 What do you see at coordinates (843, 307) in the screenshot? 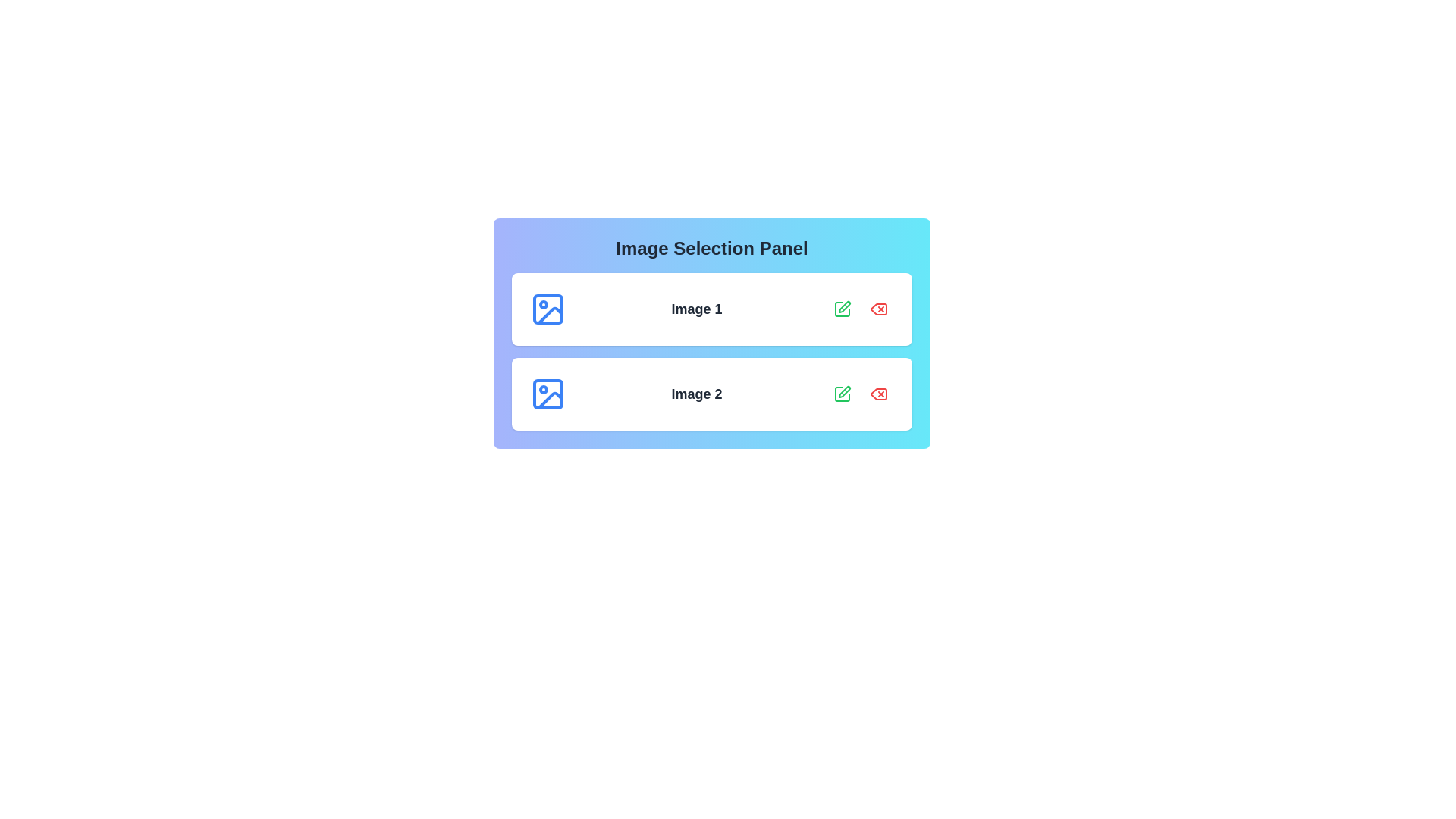
I see `the green-stroked pencil icon button on the right-most side of the 'Image 1' row in the 'Image Selection Panel' to initiate an edit action` at bounding box center [843, 307].